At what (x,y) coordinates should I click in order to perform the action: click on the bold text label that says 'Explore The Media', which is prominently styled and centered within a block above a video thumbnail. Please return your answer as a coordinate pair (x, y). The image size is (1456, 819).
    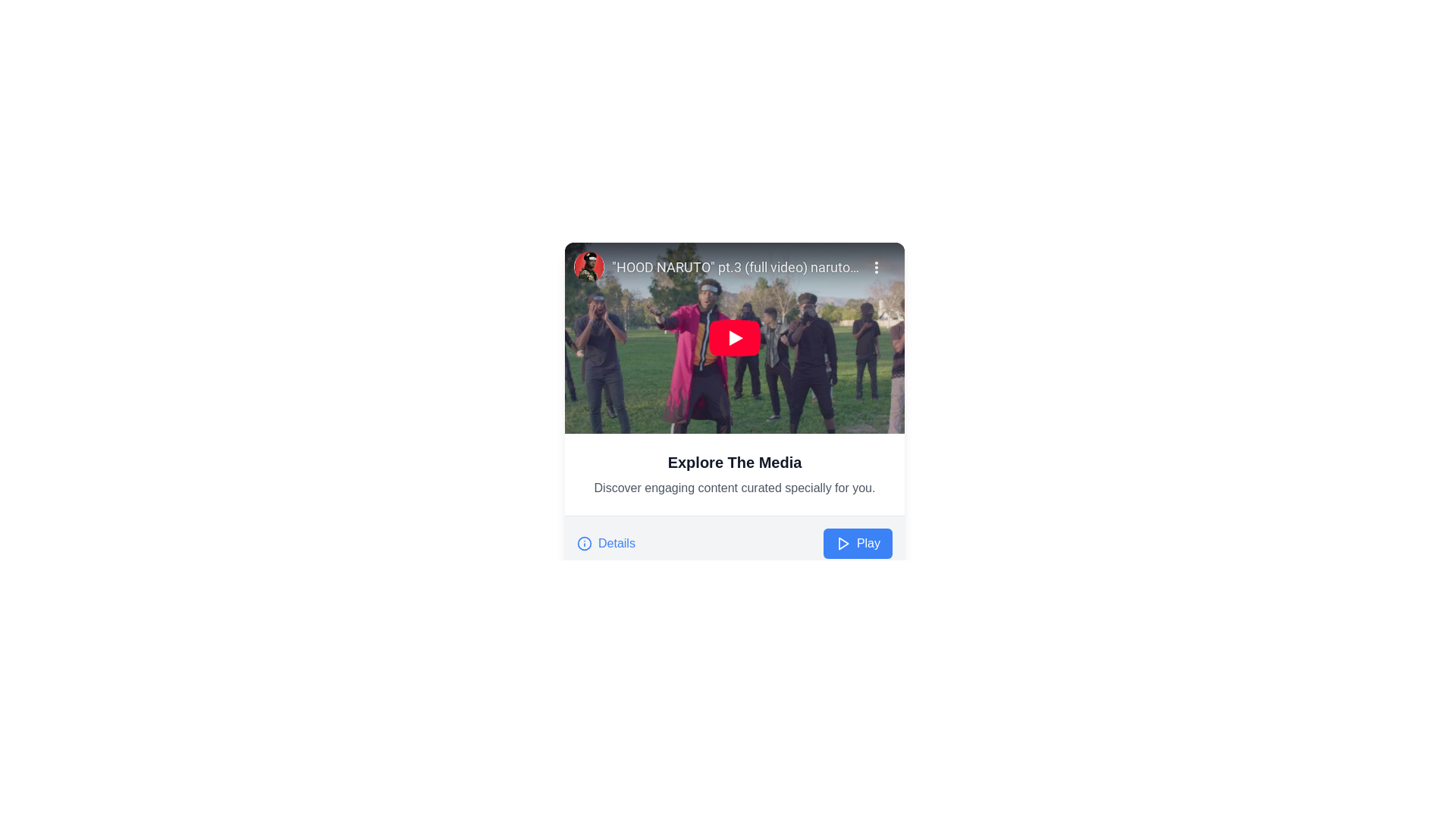
    Looking at the image, I should click on (735, 461).